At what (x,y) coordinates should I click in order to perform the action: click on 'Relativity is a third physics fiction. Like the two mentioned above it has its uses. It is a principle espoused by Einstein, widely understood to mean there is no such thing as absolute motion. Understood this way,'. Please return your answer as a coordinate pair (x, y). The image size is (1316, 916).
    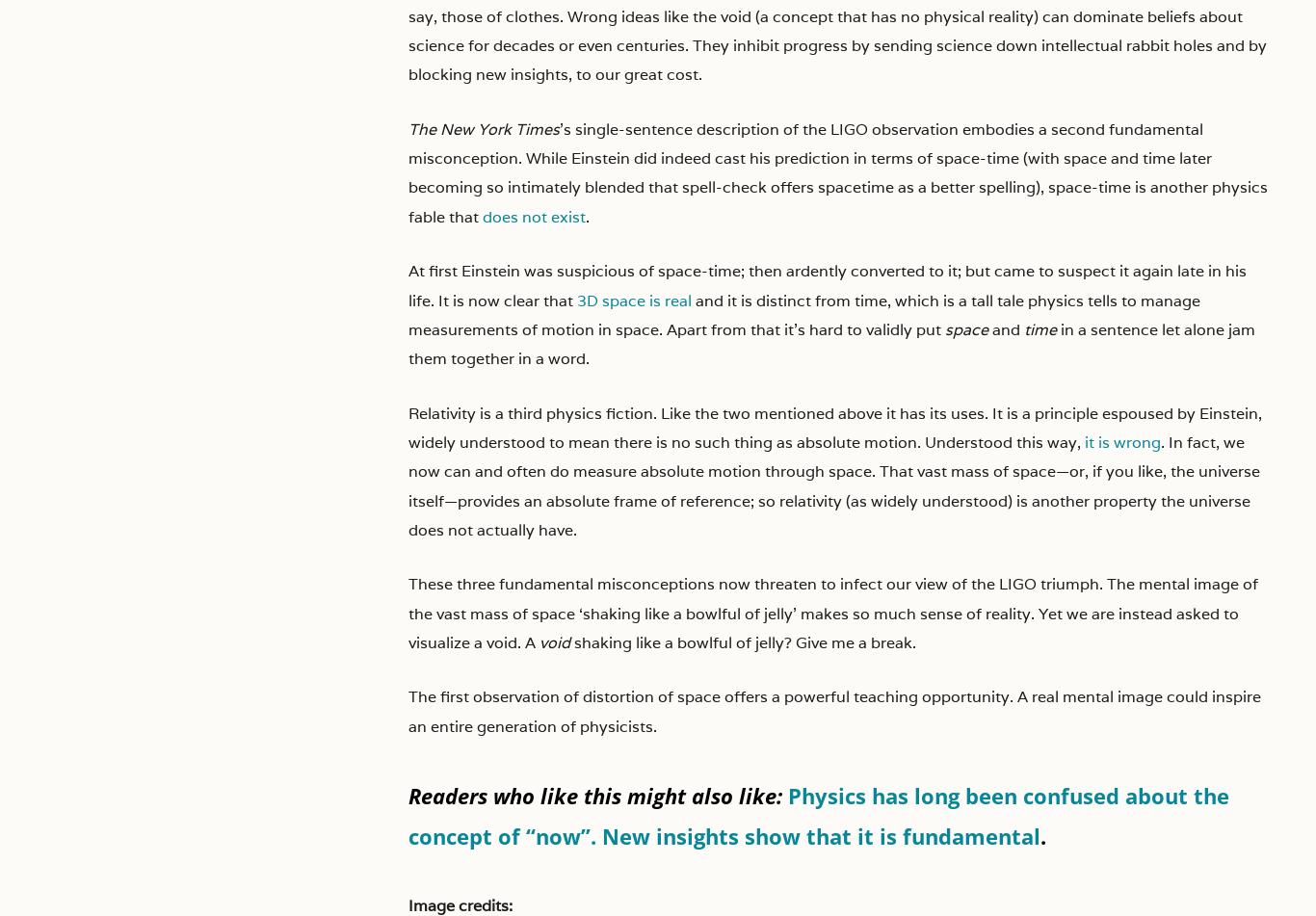
    Looking at the image, I should click on (834, 427).